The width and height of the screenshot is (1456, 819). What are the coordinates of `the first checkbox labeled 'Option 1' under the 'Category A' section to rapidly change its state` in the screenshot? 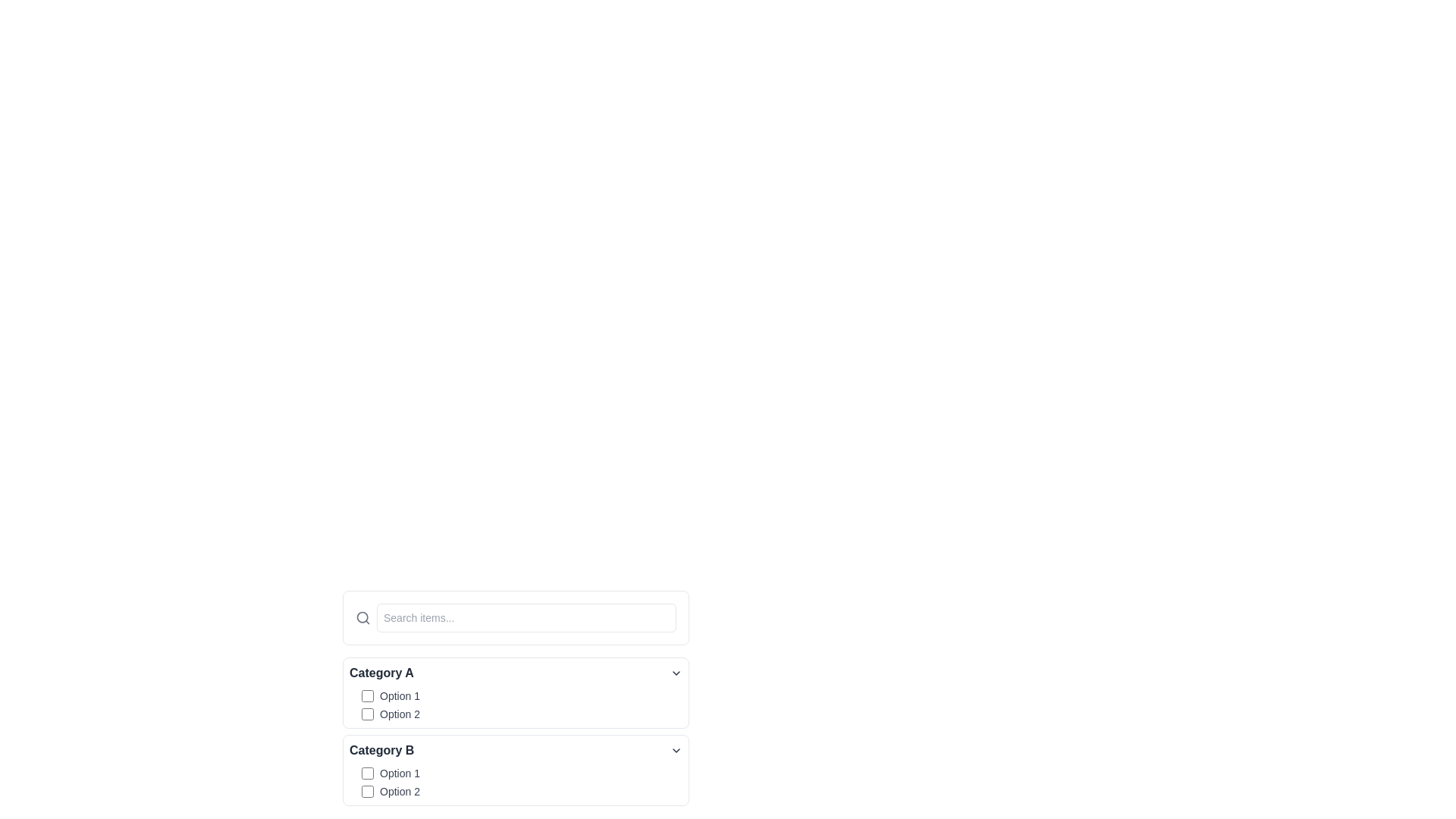 It's located at (367, 696).